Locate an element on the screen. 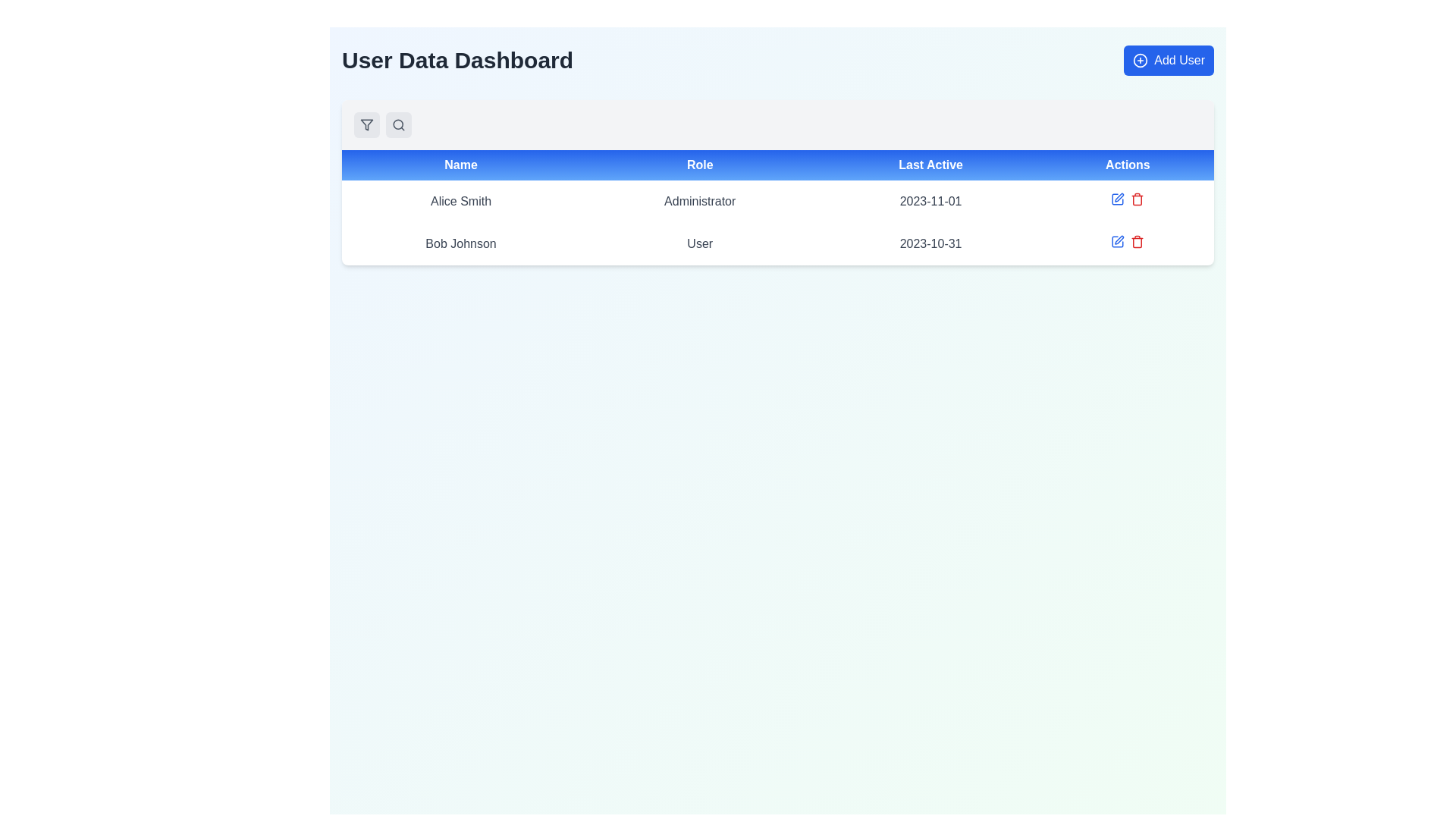 This screenshot has width=1456, height=819. the text label displaying 'Administrator' located in the second cell of the first data row under the 'Role' column in the table is located at coordinates (699, 201).